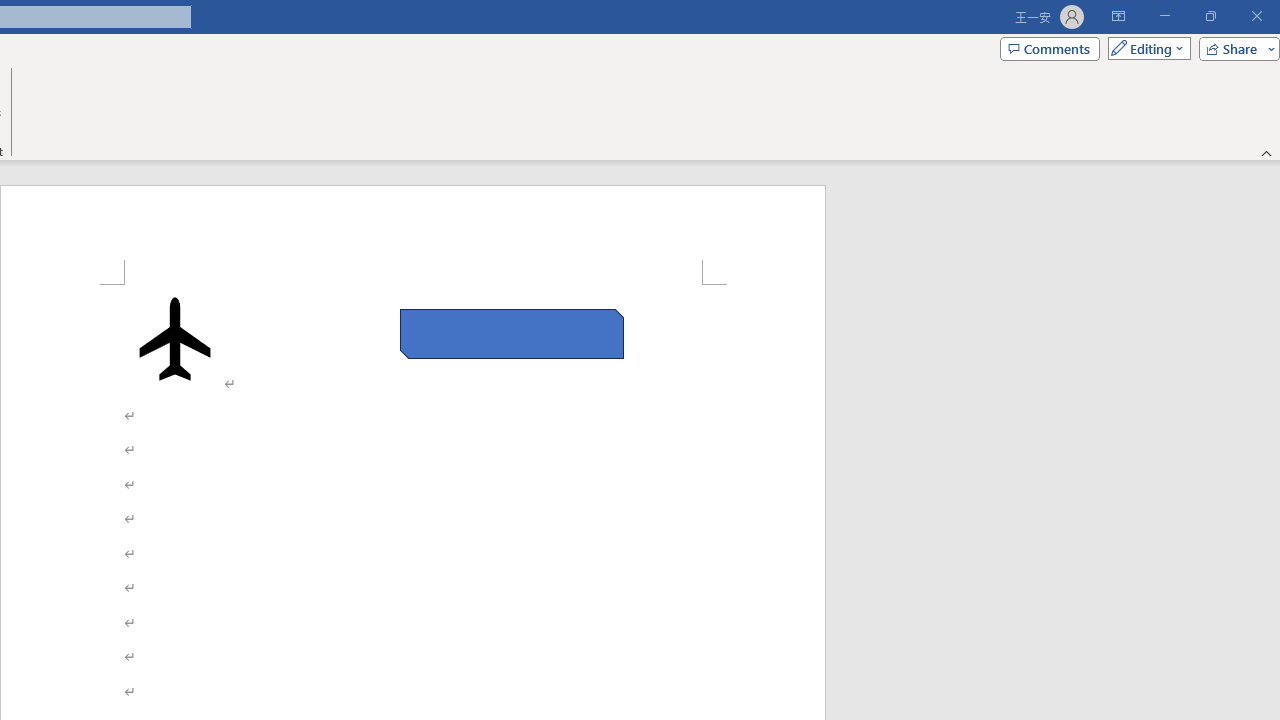 Image resolution: width=1280 pixels, height=720 pixels. Describe the element at coordinates (175, 337) in the screenshot. I see `'Airplane with solid fill'` at that location.